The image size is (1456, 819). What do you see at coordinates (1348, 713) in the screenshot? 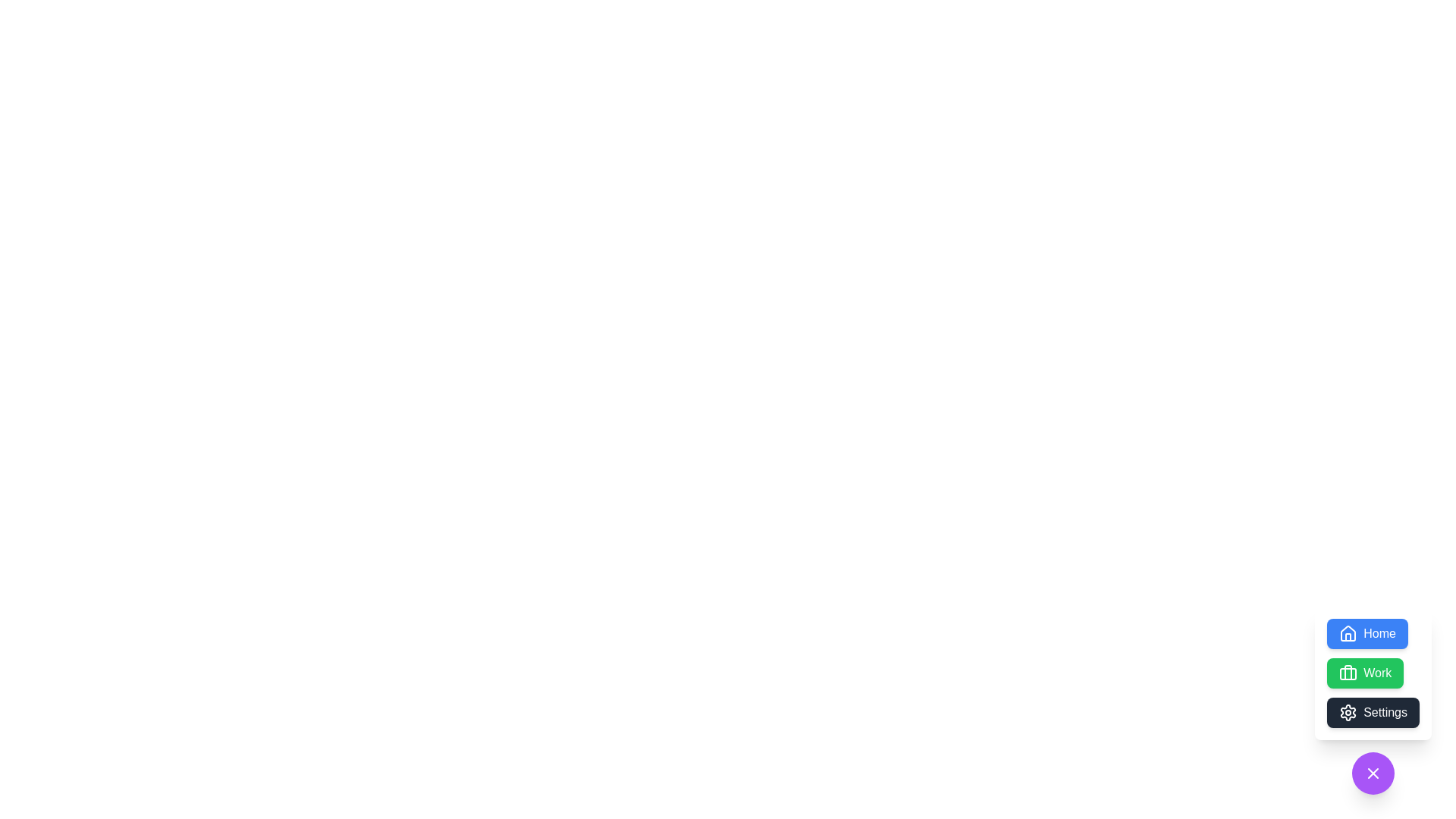
I see `the settings icon, which is a gear with a hollow center located within the dark rectangular button labeled 'Settings'. This icon is positioned to the left of the text 'Settings' and is the leftmost element in the button group` at bounding box center [1348, 713].